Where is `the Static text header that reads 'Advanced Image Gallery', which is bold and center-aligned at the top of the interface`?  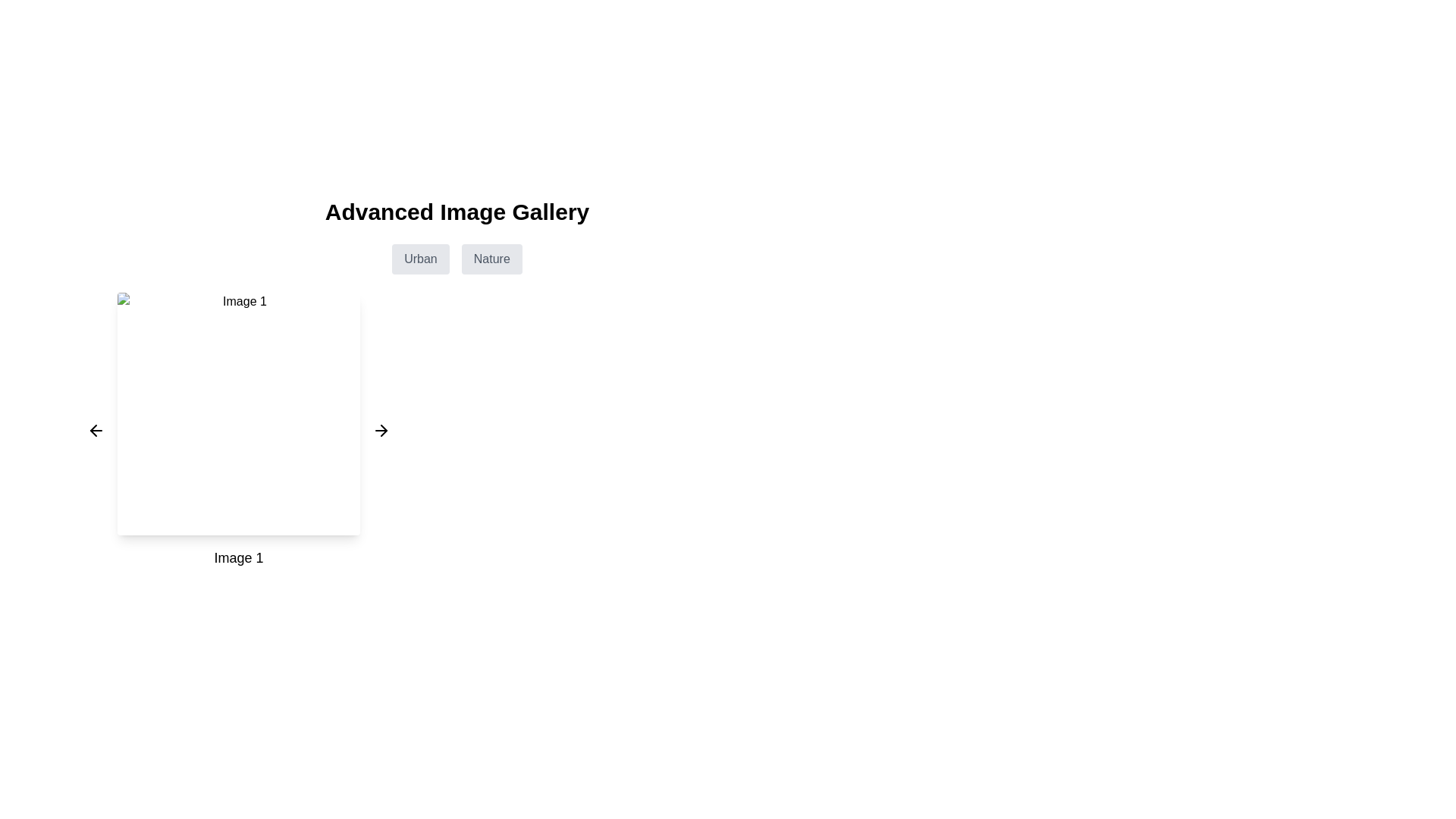 the Static text header that reads 'Advanced Image Gallery', which is bold and center-aligned at the top of the interface is located at coordinates (457, 212).